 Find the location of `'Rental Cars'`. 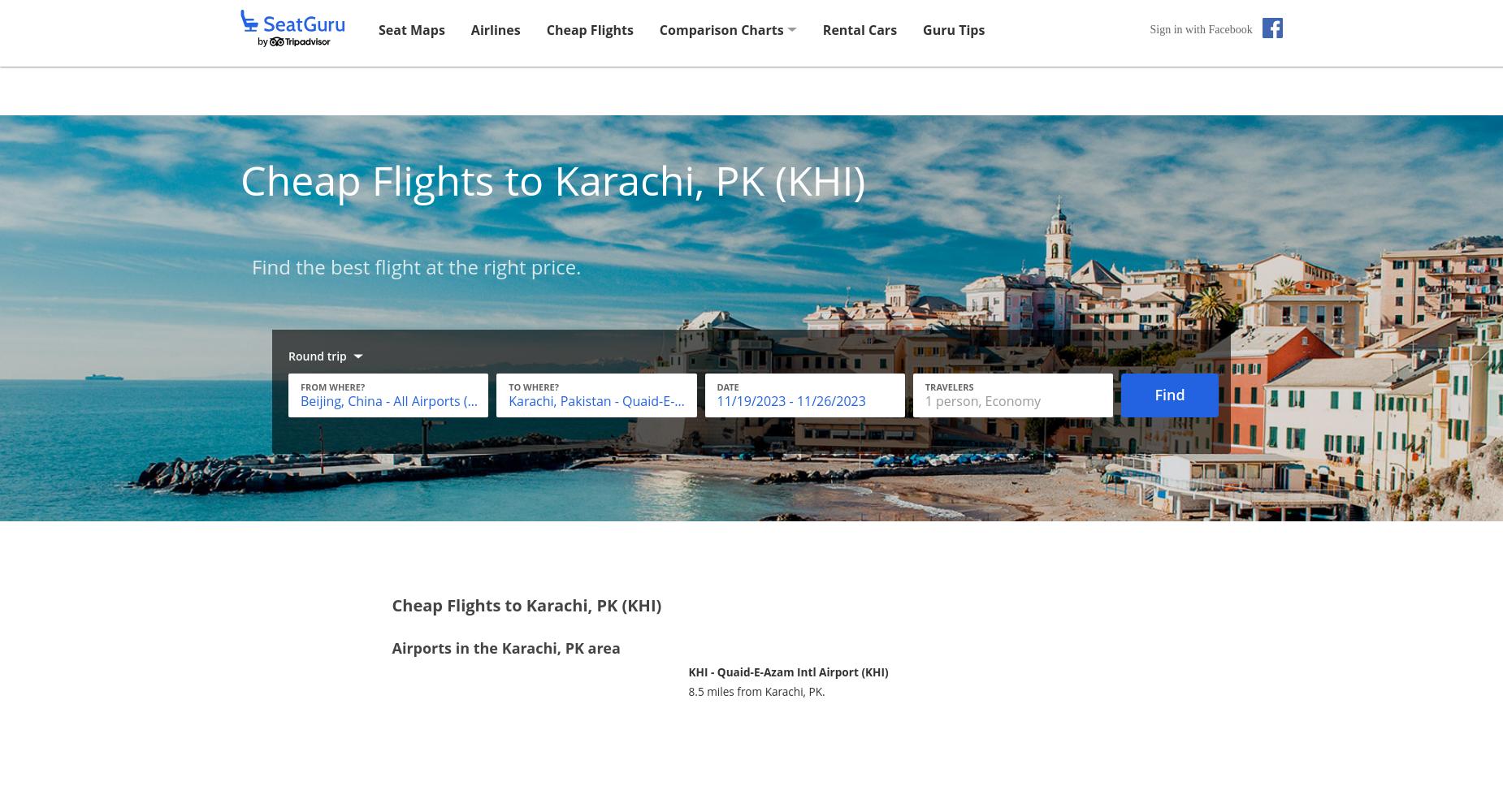

'Rental Cars' is located at coordinates (859, 29).